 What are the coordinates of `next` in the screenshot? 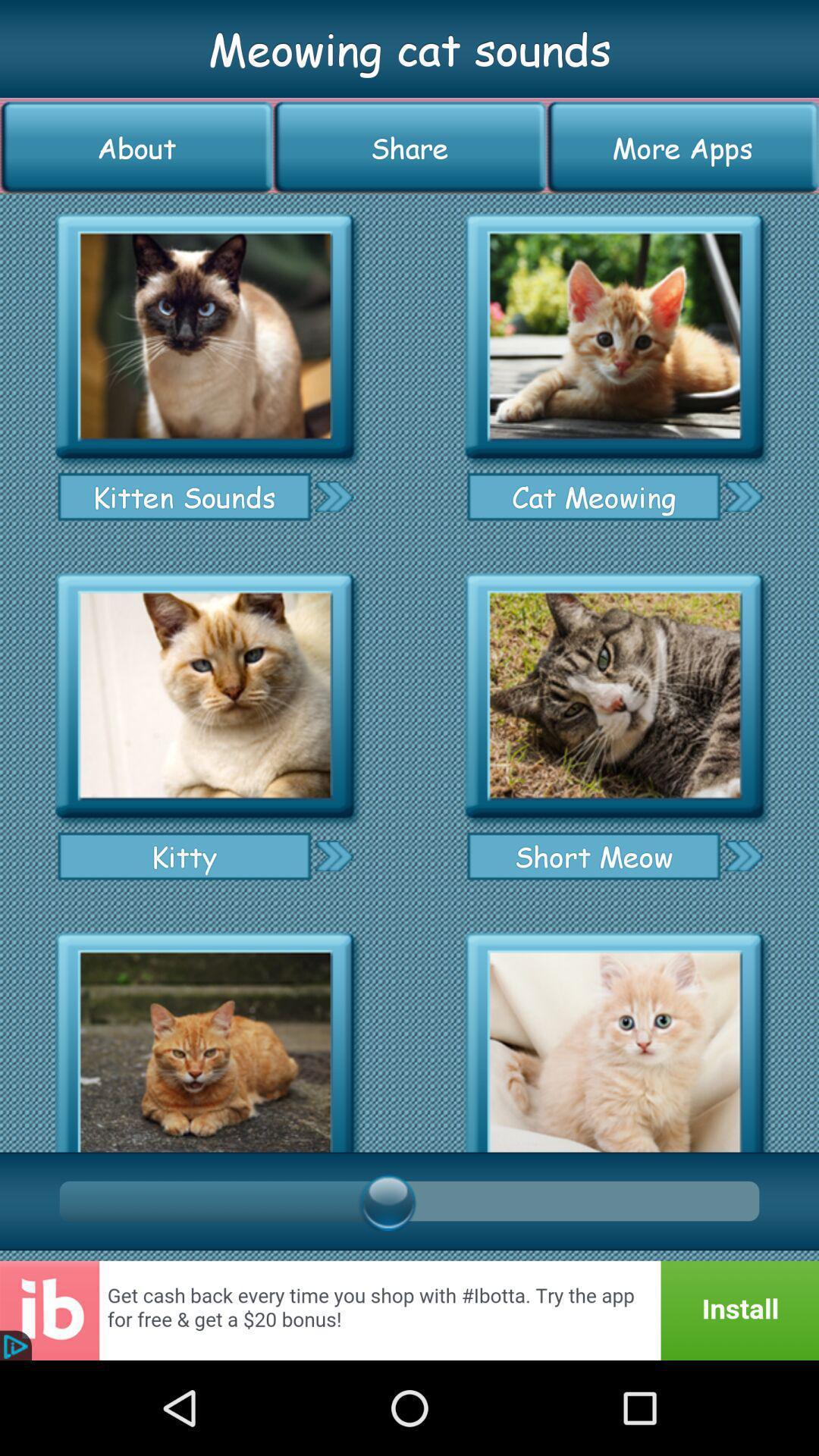 It's located at (333, 855).